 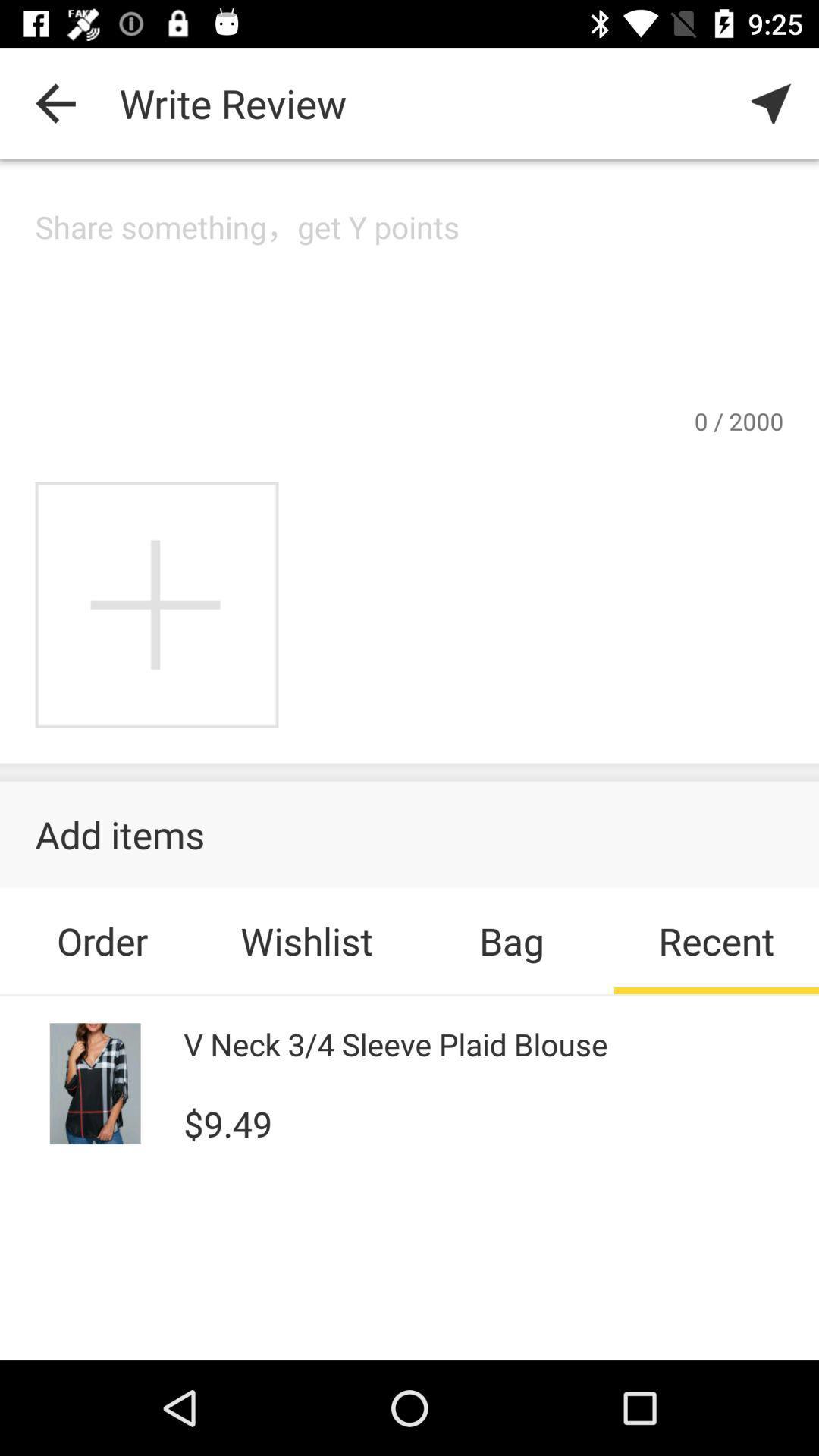 What do you see at coordinates (409, 304) in the screenshot?
I see `type a review` at bounding box center [409, 304].